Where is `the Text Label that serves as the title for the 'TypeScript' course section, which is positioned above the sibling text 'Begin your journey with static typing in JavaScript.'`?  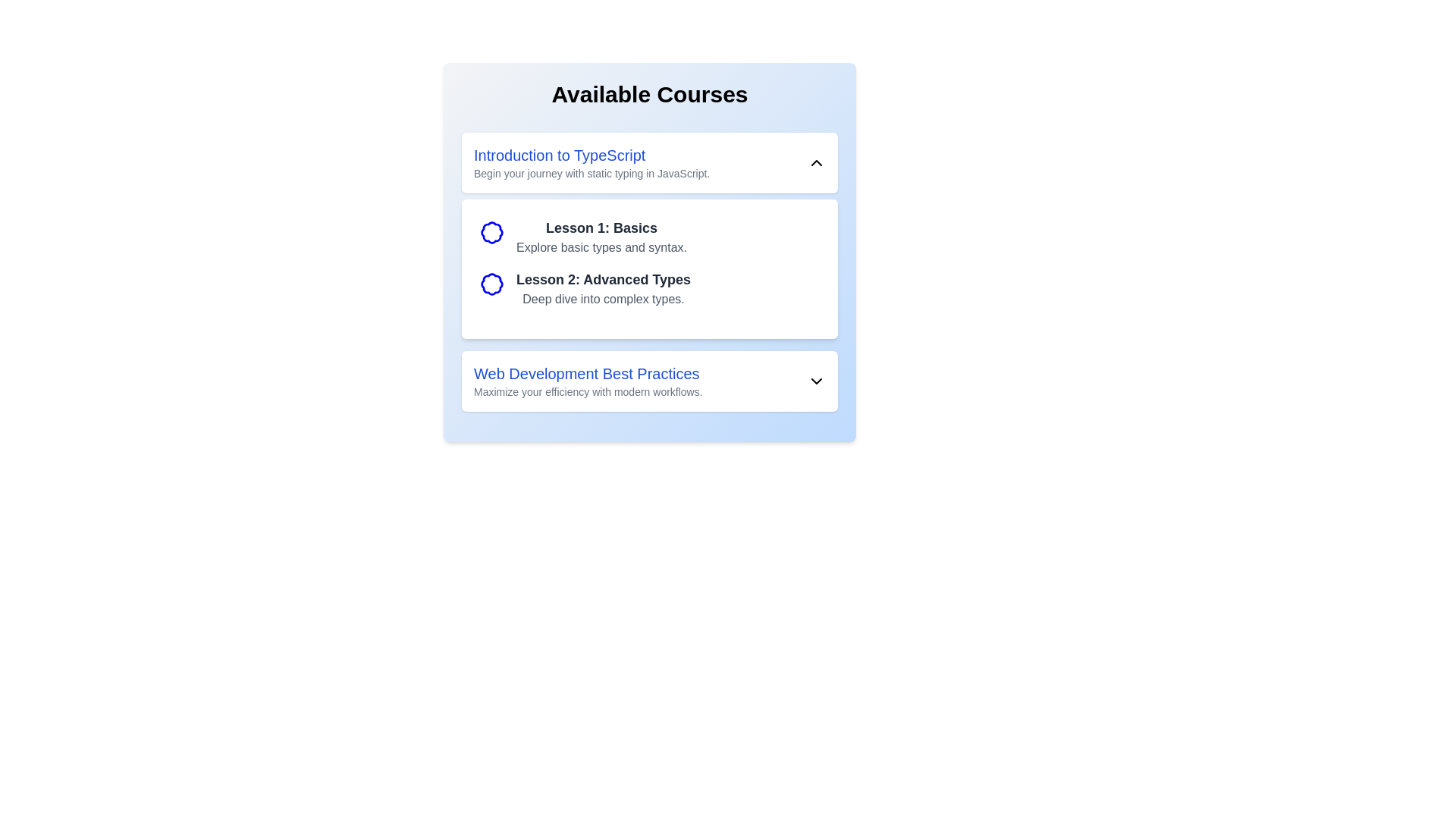 the Text Label that serves as the title for the 'TypeScript' course section, which is positioned above the sibling text 'Begin your journey with static typing in JavaScript.' is located at coordinates (591, 155).